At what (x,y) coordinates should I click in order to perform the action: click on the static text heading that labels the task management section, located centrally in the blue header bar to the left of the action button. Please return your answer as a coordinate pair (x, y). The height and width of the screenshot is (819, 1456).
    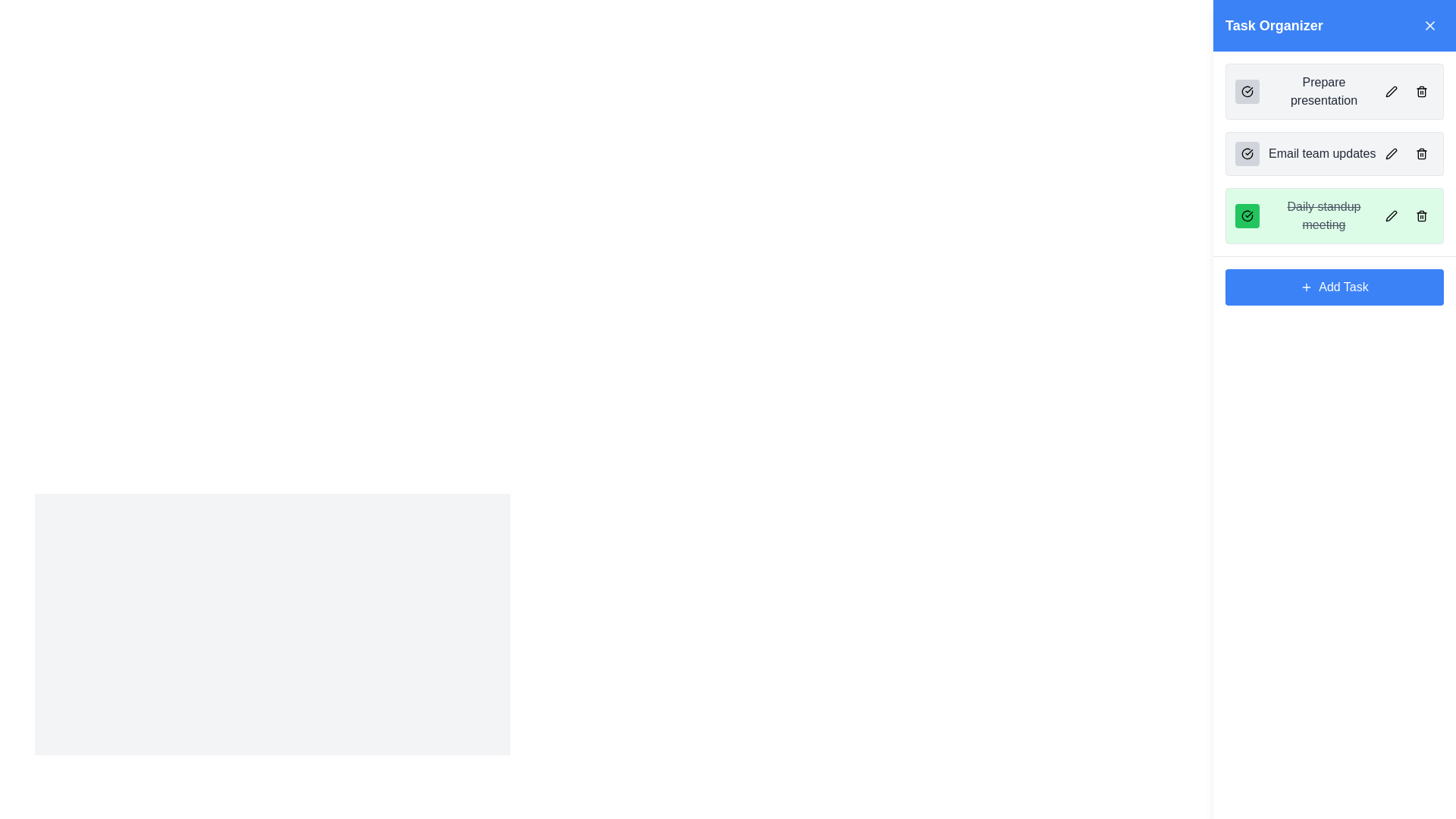
    Looking at the image, I should click on (1274, 26).